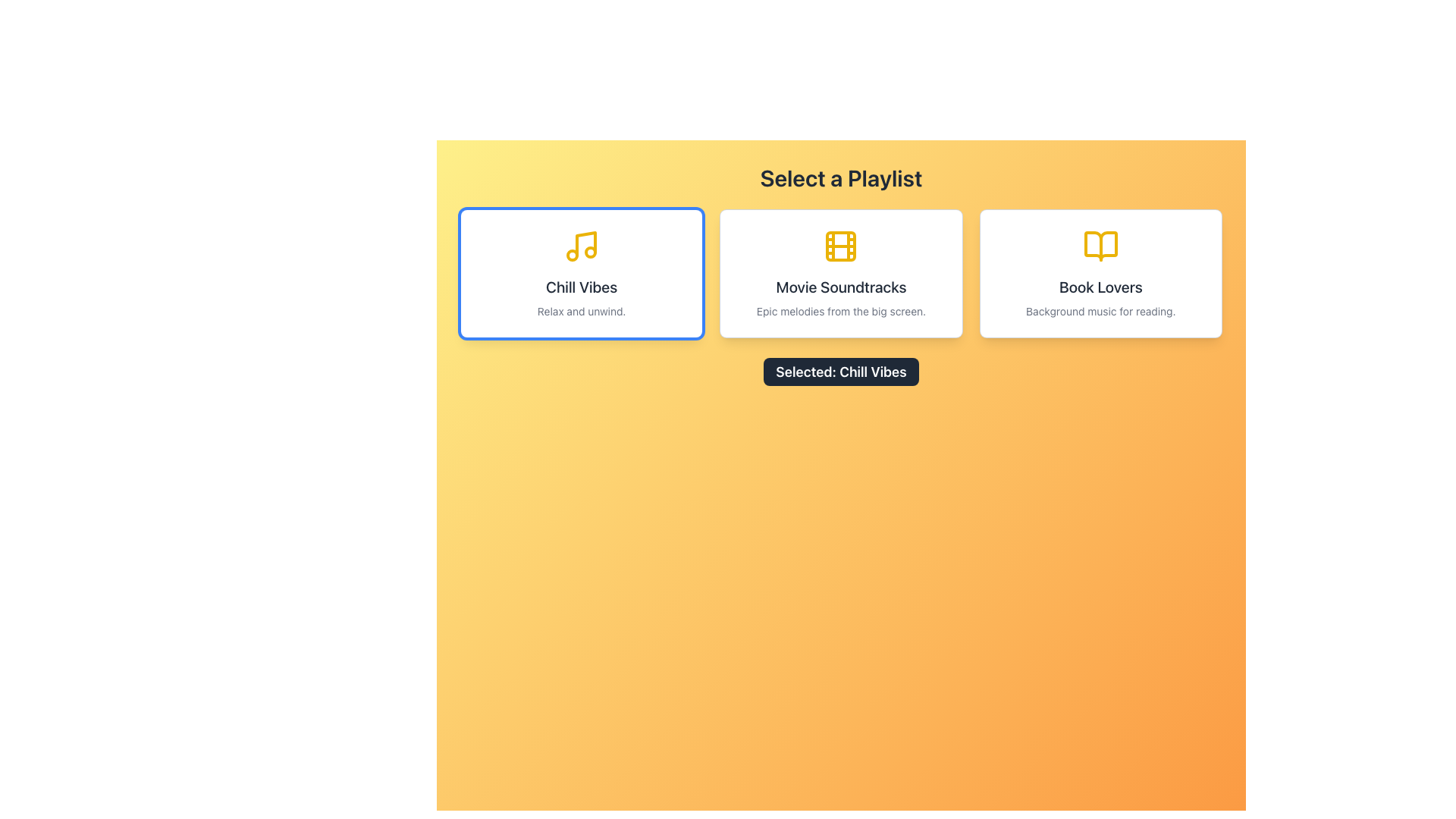 This screenshot has width=1456, height=819. I want to click on the text label 'Movie Soundtracks', which is styled in a medium-sized bold font and dark gray color, located in the second card of a horizontal row of three cards, positioned beneath a movie film icon, so click(840, 287).